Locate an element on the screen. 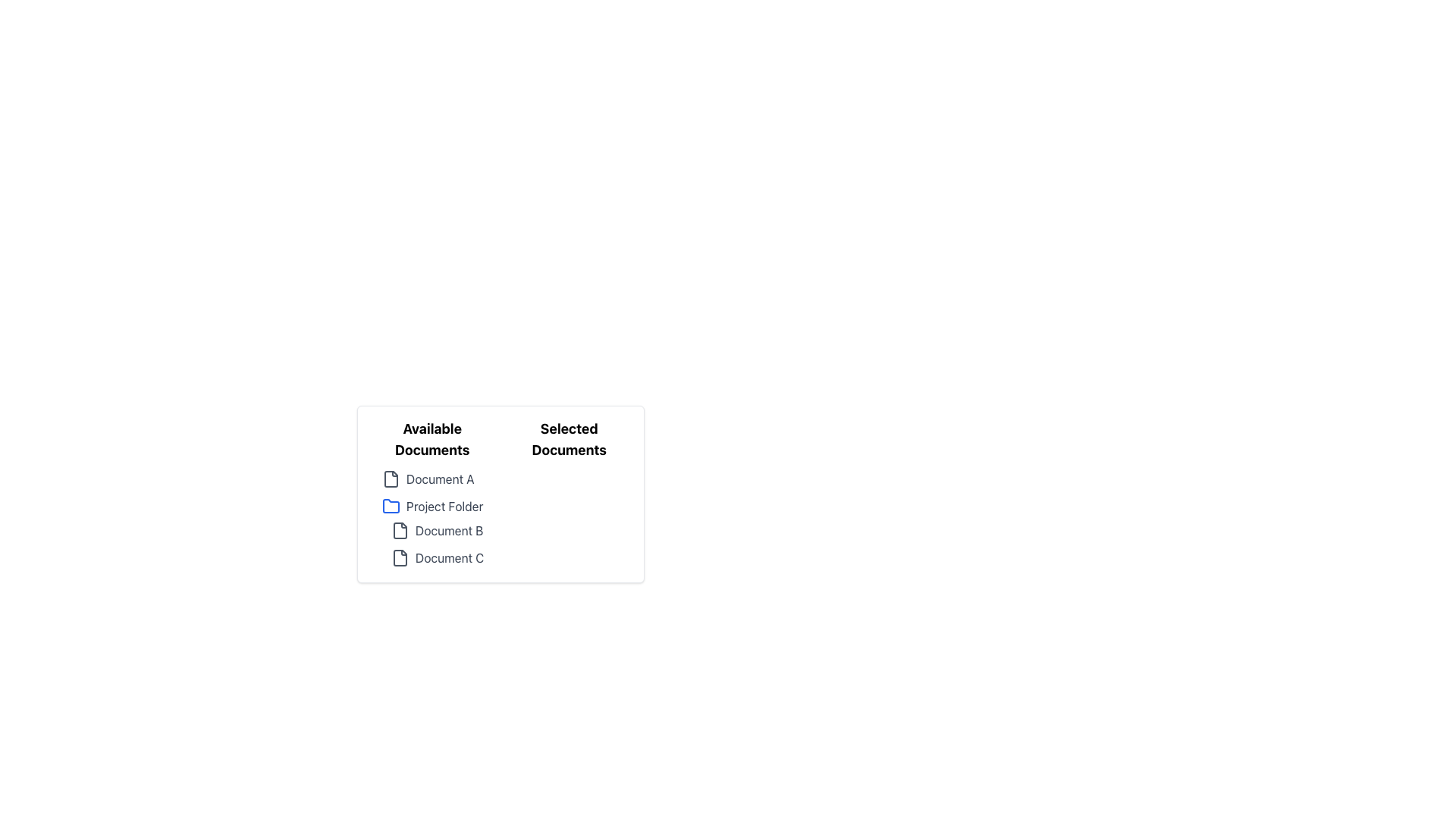 The image size is (1456, 819). the text label displaying 'Document C' in the 'Available Documents' column, which is the fourth entry in the list is located at coordinates (449, 558).